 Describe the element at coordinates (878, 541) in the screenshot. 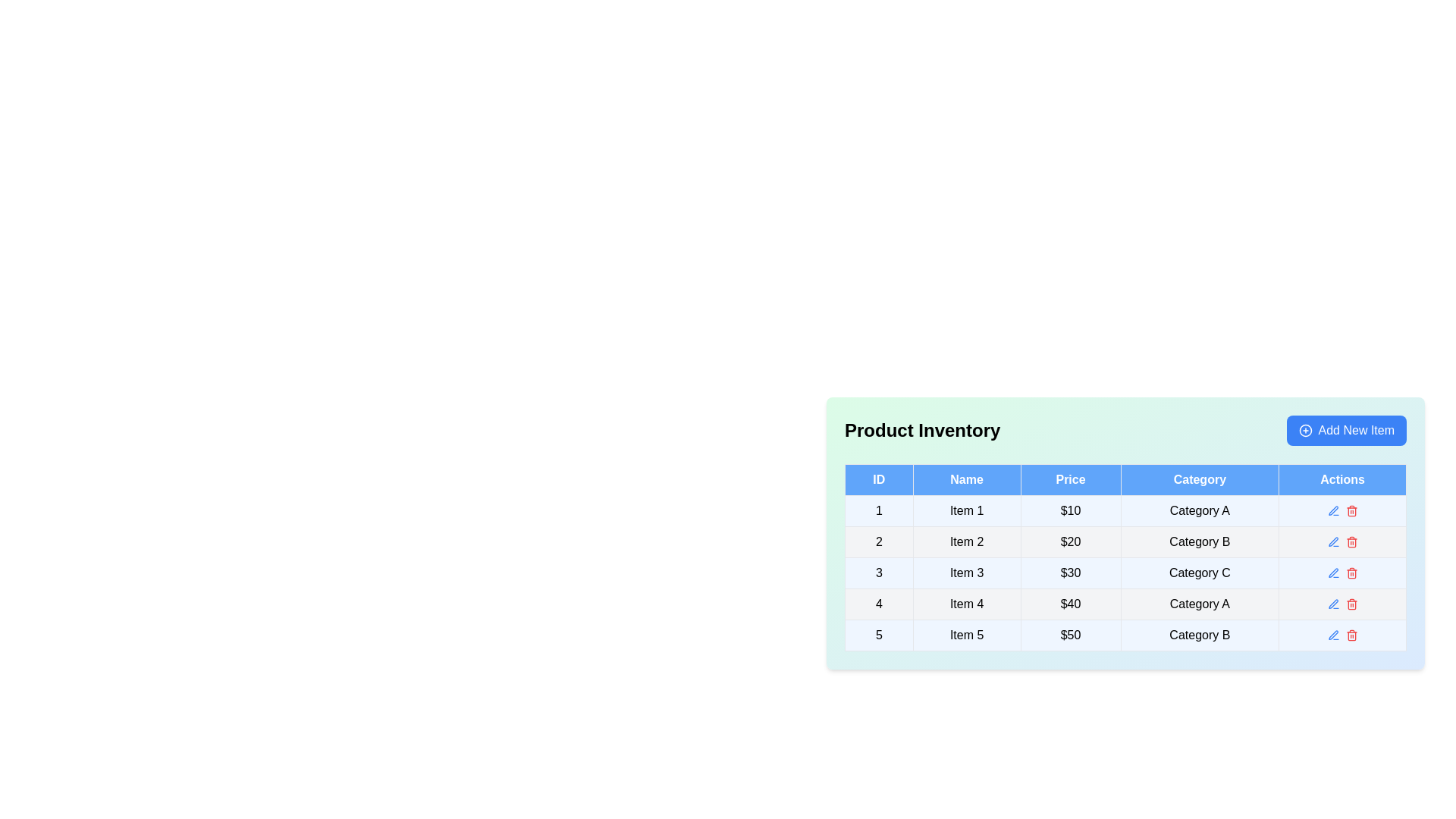

I see `the row containing the cell with the numeric value '2' in the Product Inventory table` at that location.